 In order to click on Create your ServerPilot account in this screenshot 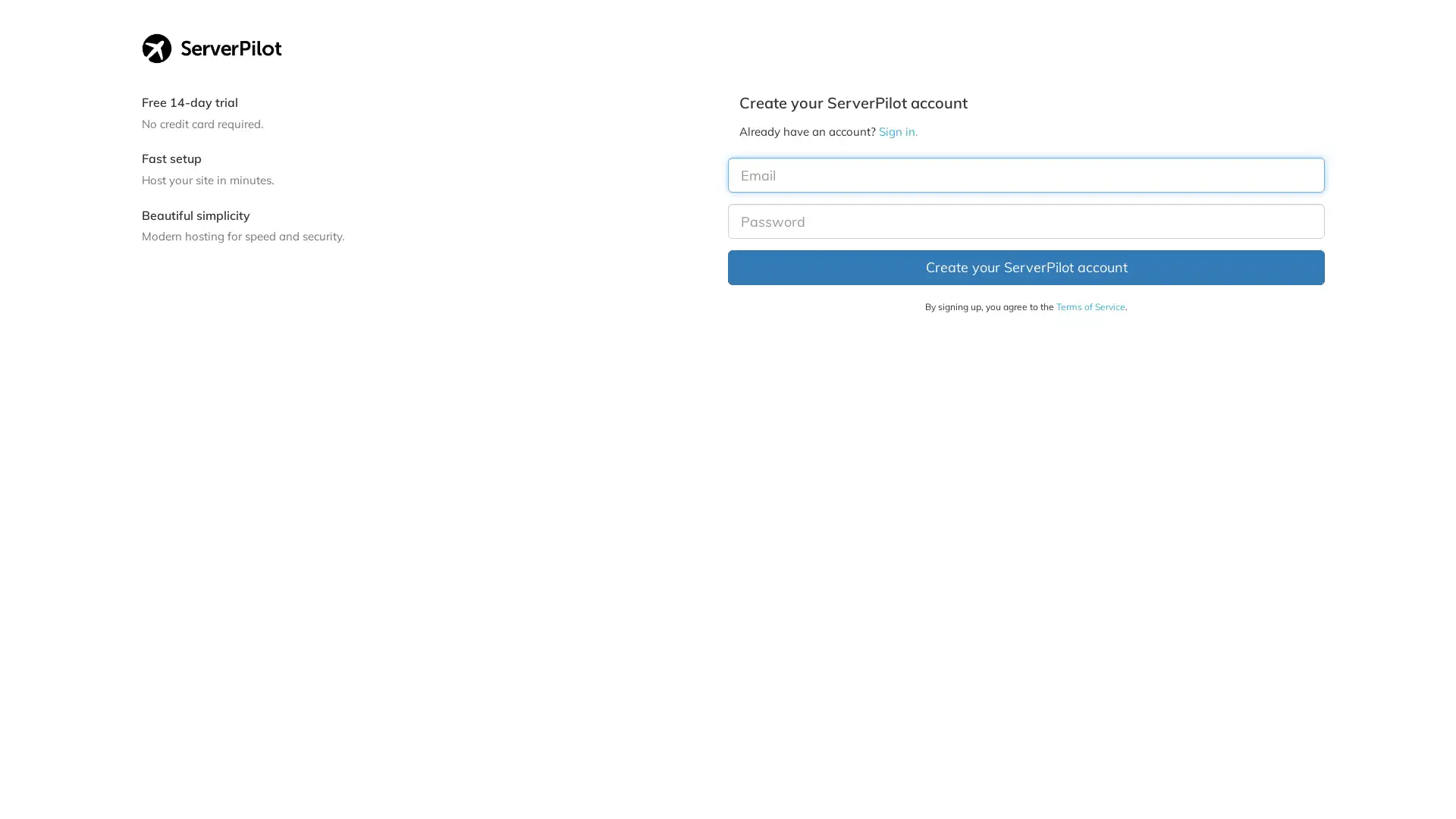, I will do `click(1026, 267)`.